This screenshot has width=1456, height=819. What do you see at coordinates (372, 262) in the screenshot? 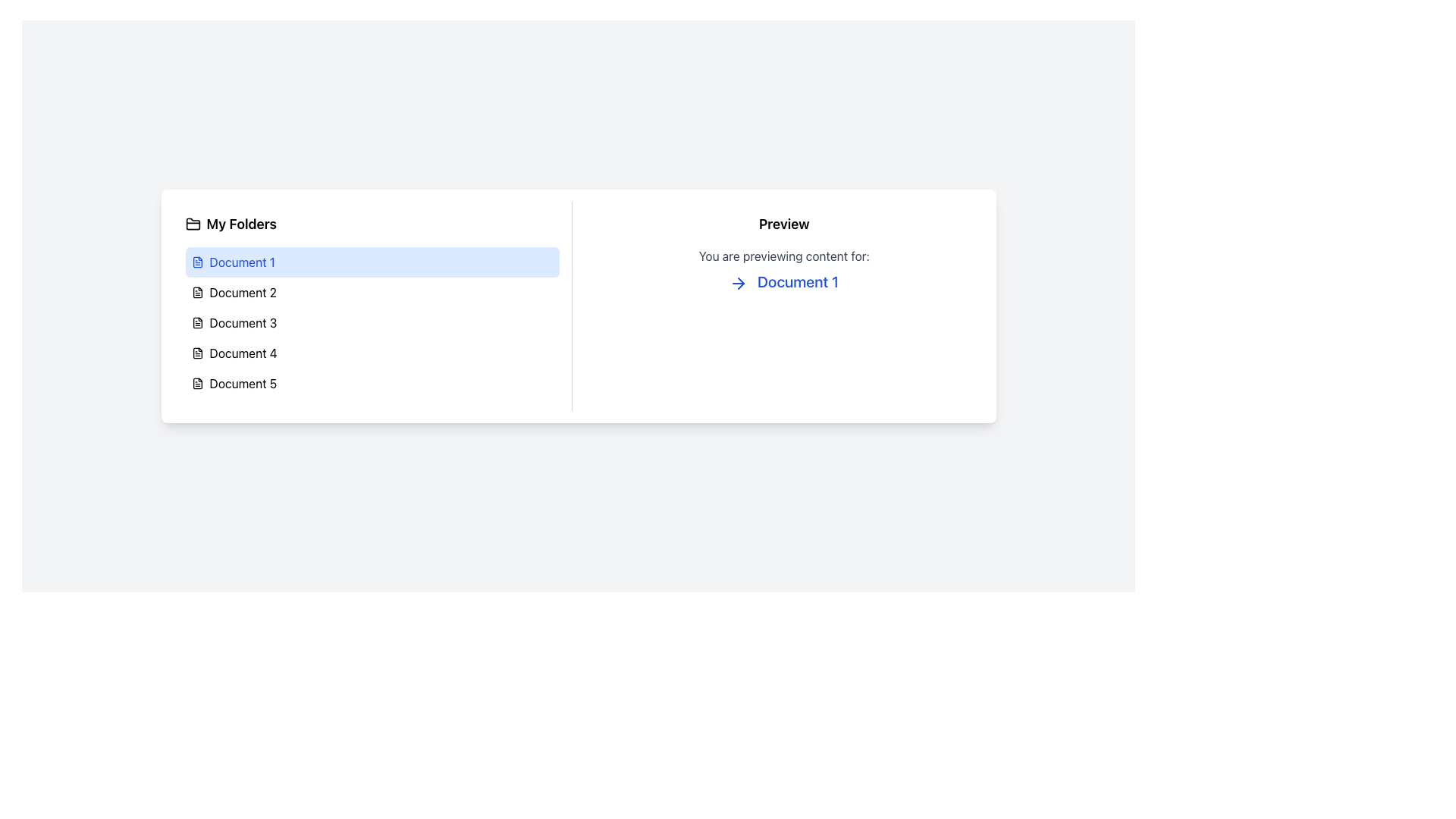
I see `the first list item representing a document in the vertical list` at bounding box center [372, 262].